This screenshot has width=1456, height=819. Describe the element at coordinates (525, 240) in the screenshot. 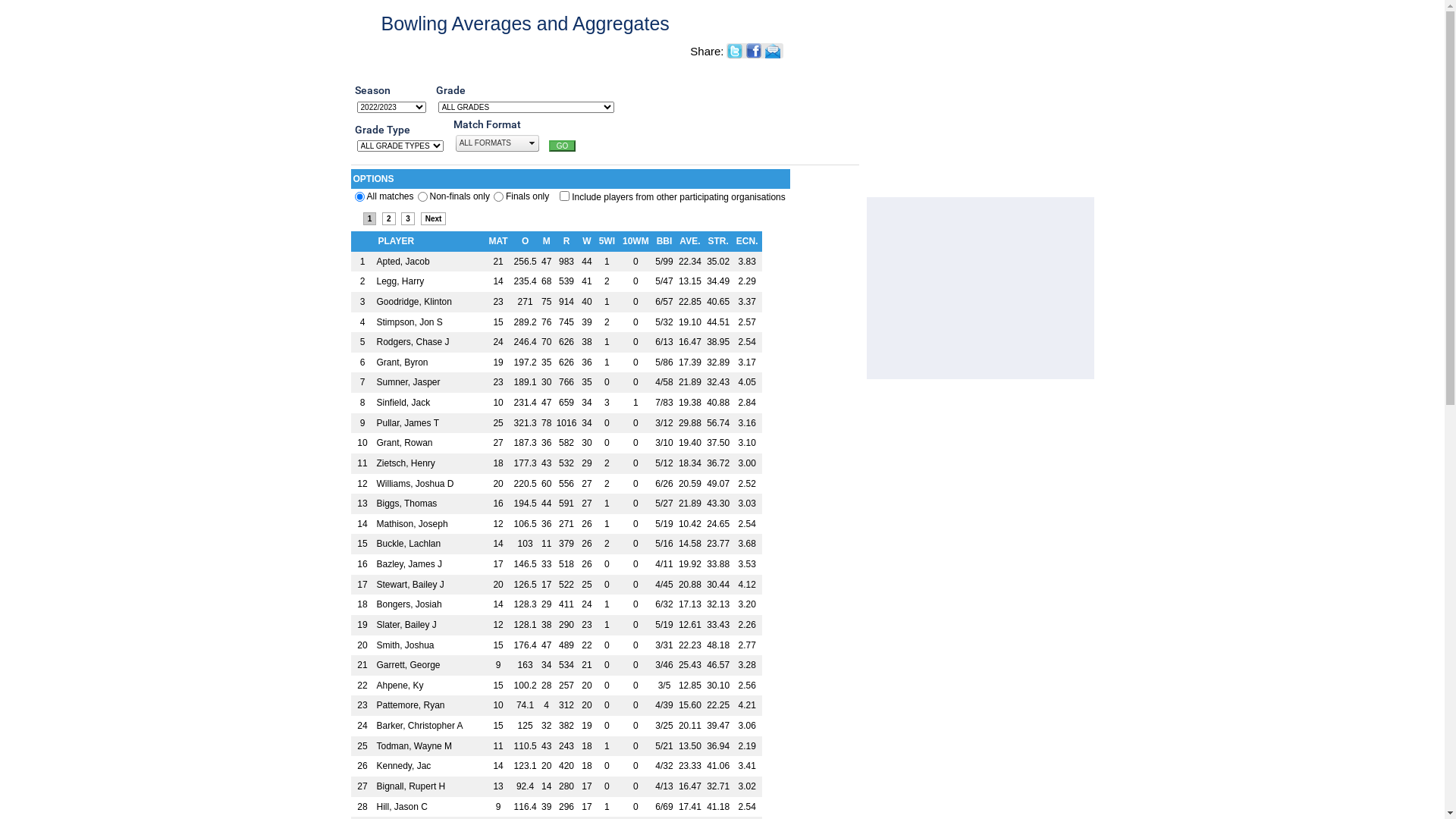

I see `'O'` at that location.